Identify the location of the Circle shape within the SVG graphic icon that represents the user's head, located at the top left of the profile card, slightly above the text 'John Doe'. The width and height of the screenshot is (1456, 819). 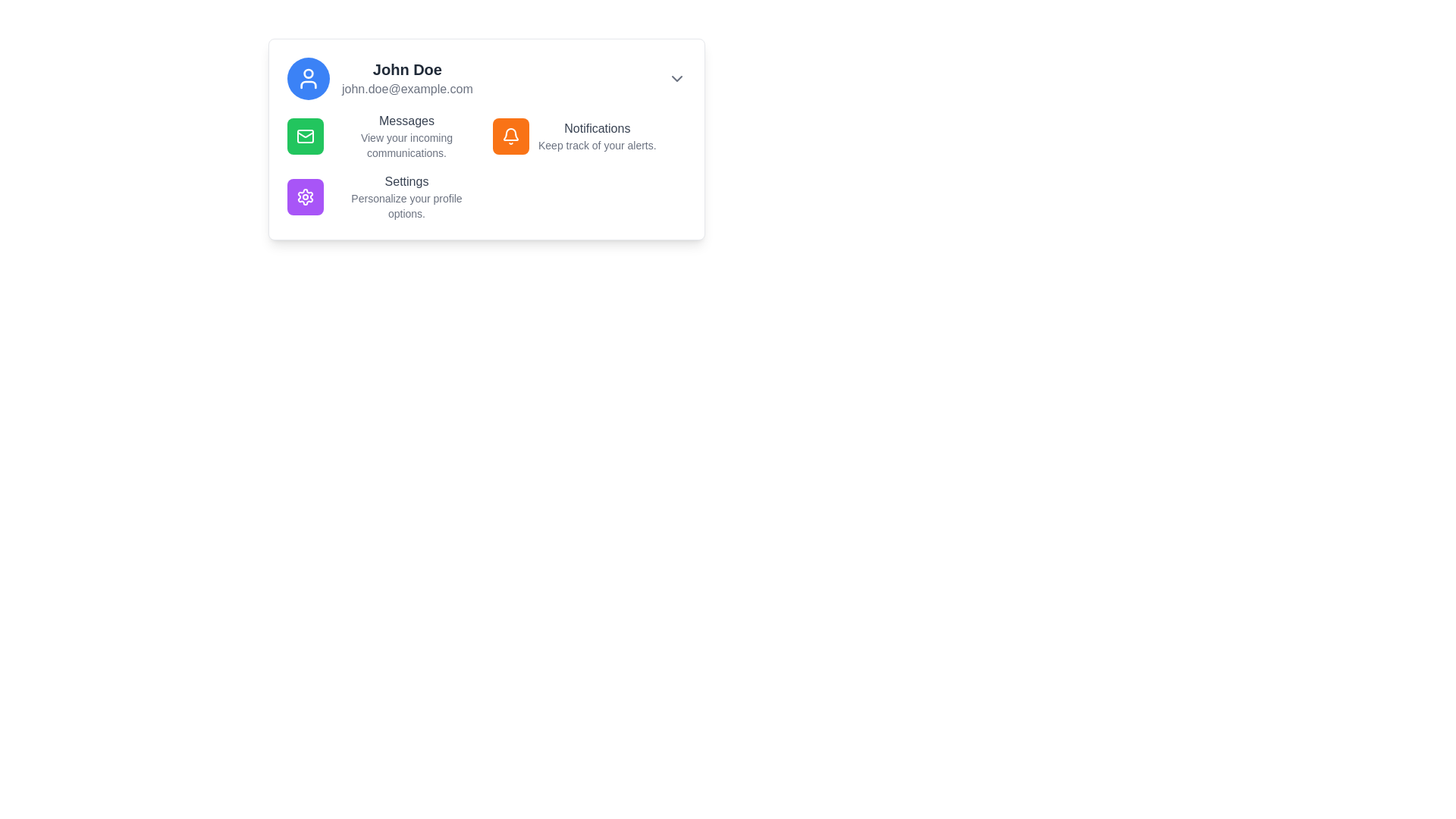
(308, 73).